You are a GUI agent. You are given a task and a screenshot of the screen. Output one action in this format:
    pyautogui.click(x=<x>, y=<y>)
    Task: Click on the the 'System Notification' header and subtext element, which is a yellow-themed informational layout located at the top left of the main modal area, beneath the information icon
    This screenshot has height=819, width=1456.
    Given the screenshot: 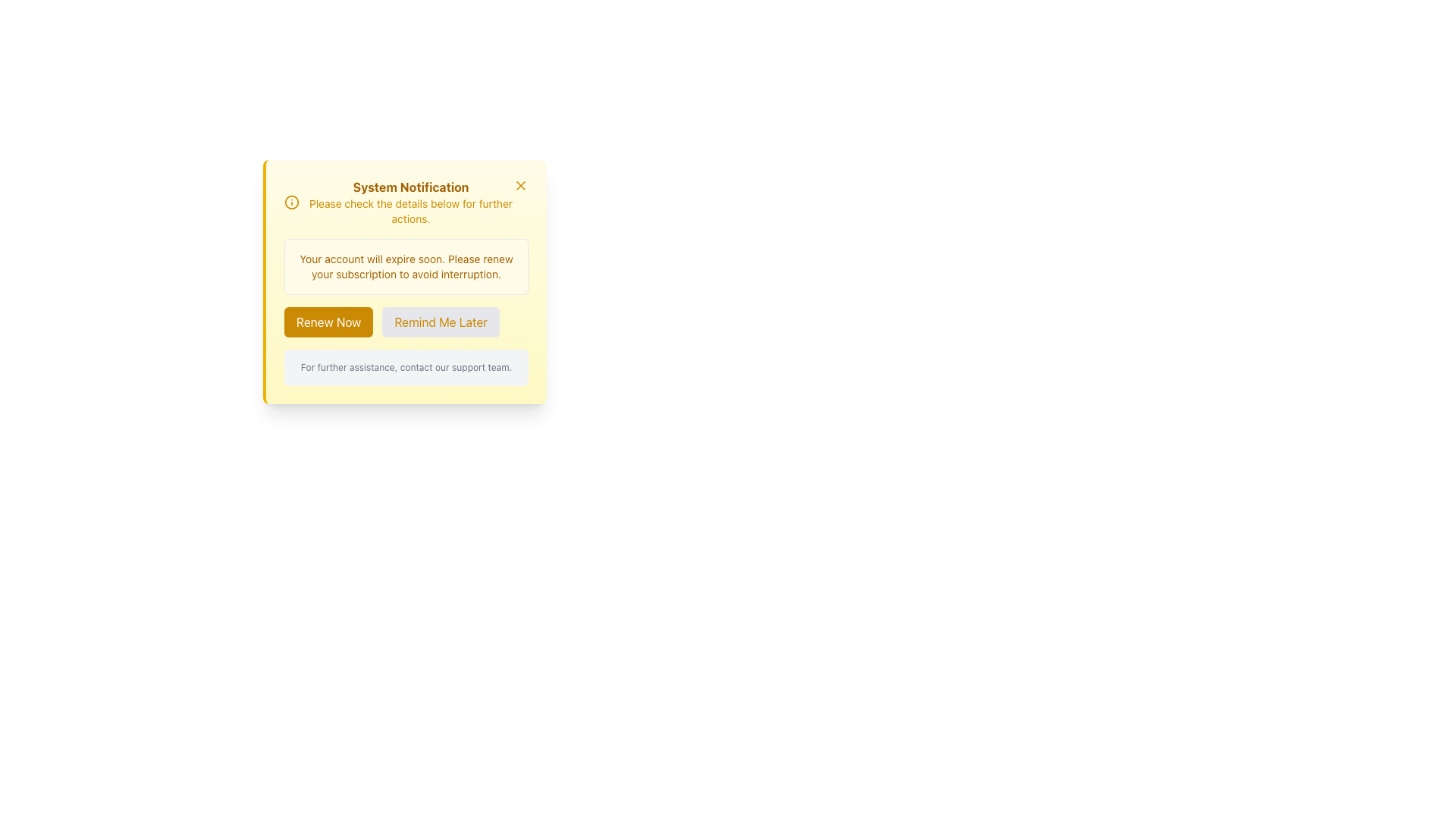 What is the action you would take?
    pyautogui.click(x=411, y=201)
    